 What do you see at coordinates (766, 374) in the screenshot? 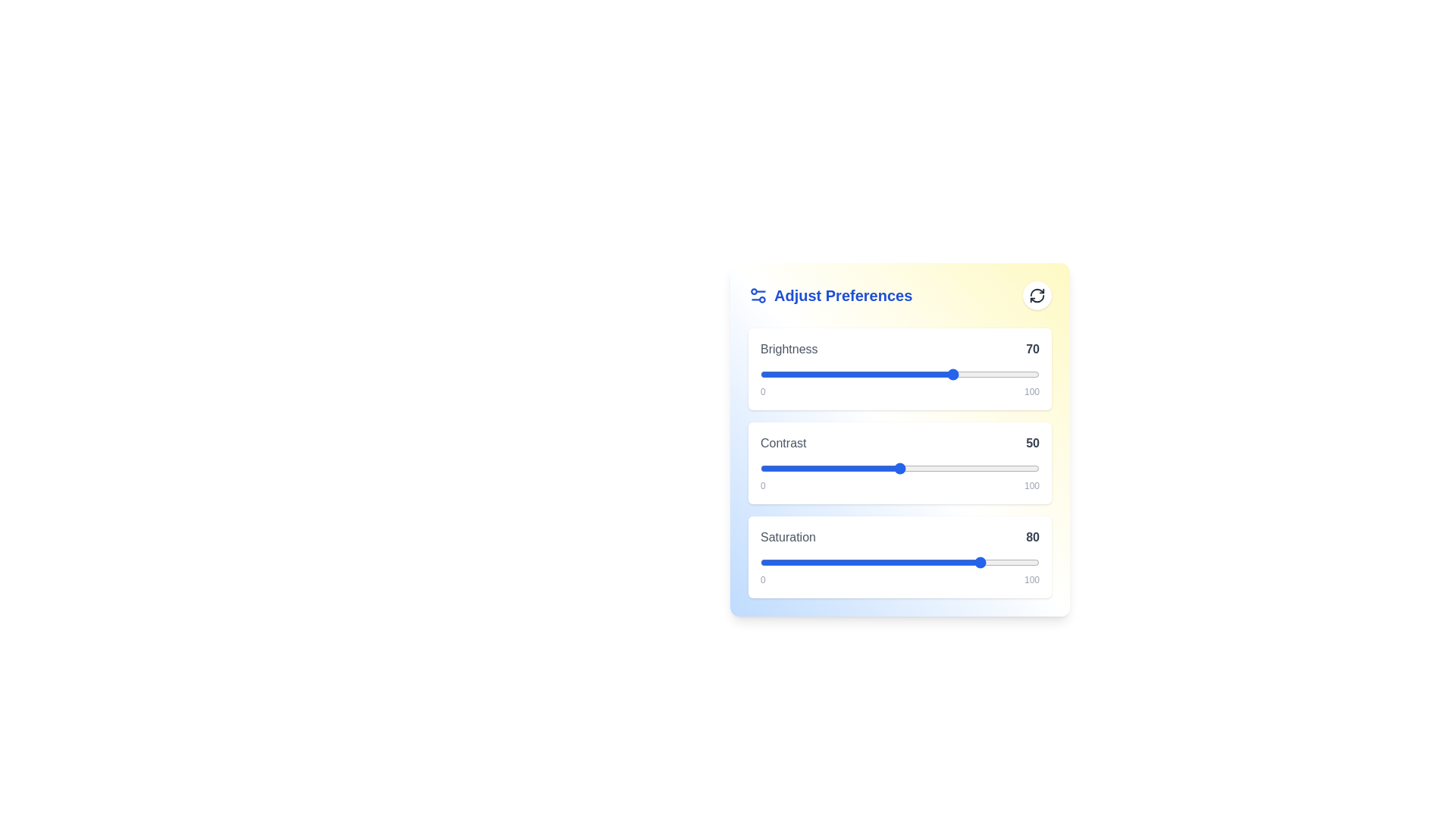
I see `brightness` at bounding box center [766, 374].